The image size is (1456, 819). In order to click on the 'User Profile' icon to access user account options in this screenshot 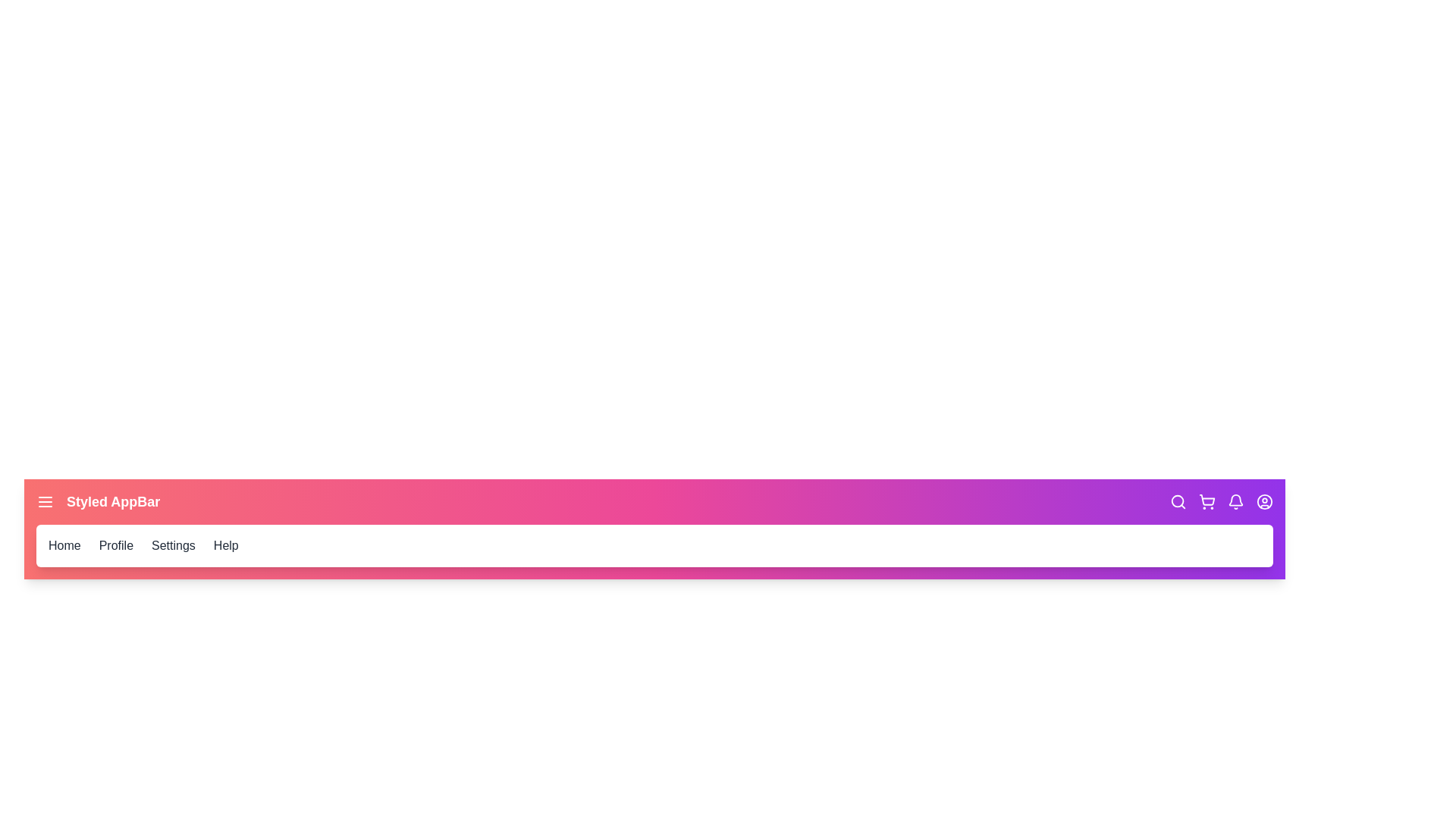, I will do `click(1265, 502)`.